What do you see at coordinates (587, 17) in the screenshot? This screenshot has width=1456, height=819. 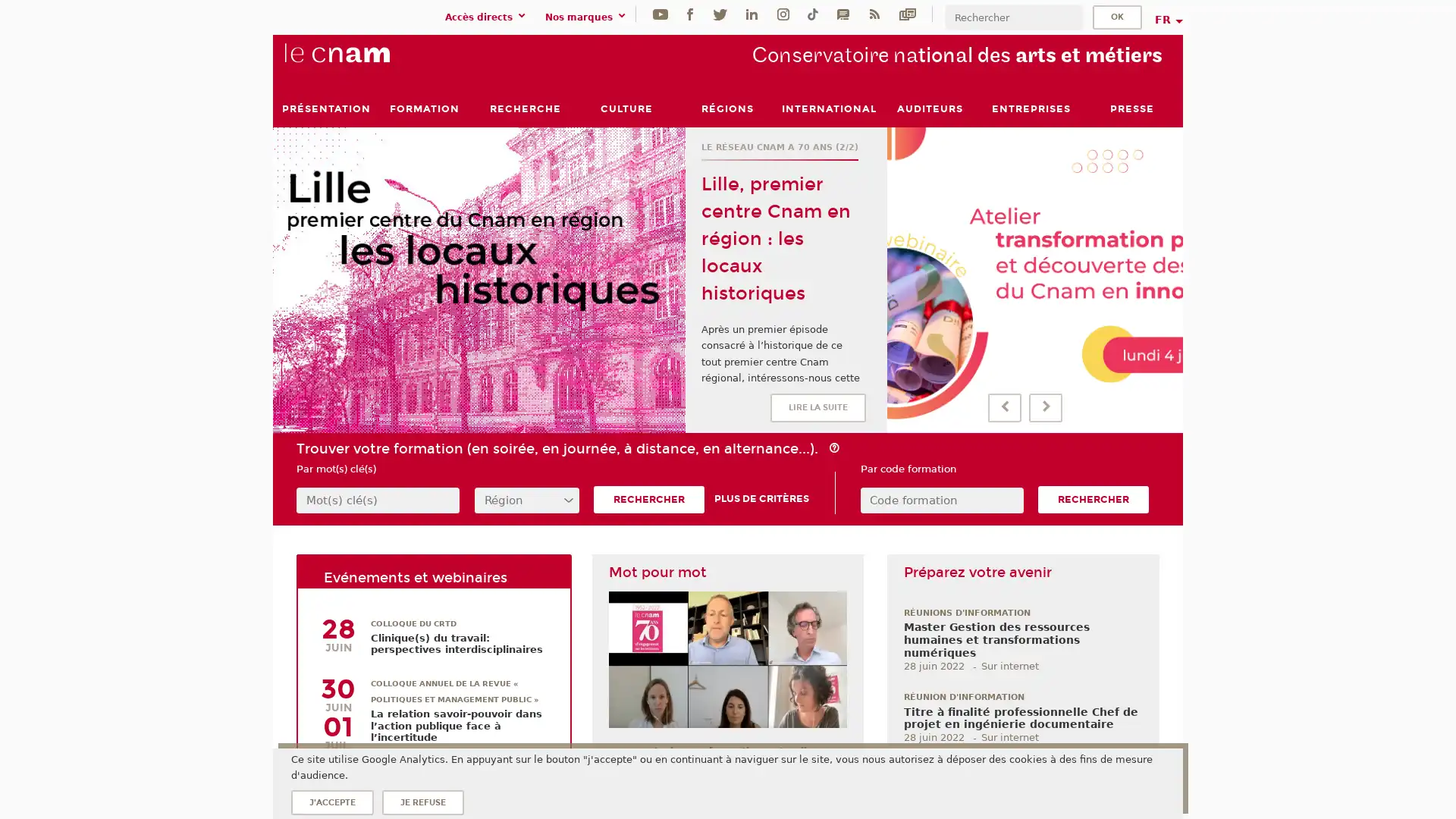 I see `Nos marques` at bounding box center [587, 17].